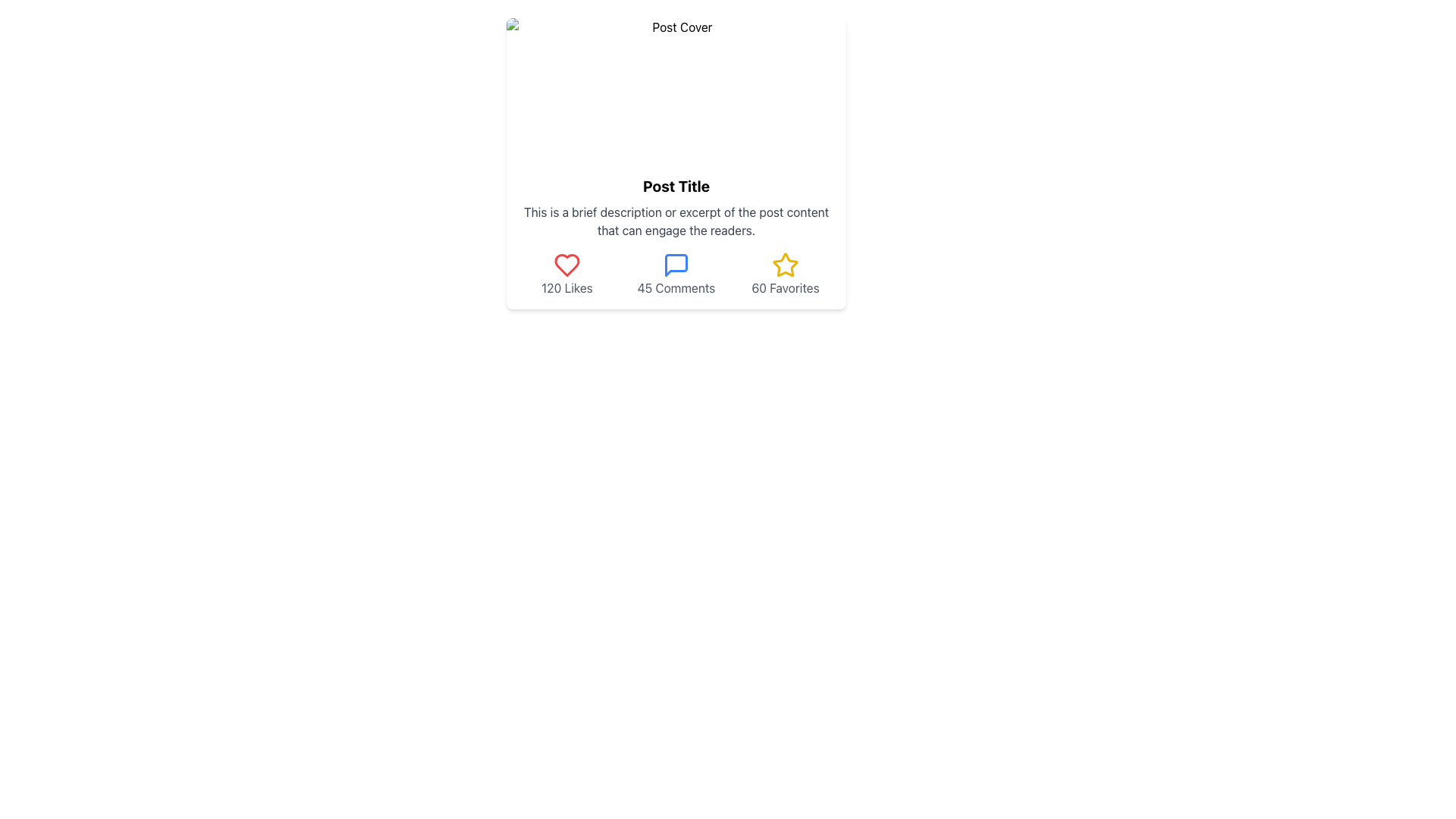 Image resolution: width=1456 pixels, height=819 pixels. What do you see at coordinates (676, 275) in the screenshot?
I see `the comments button located in the row of three elements, positioned between '120 Likes' and '60 Favorites'` at bounding box center [676, 275].